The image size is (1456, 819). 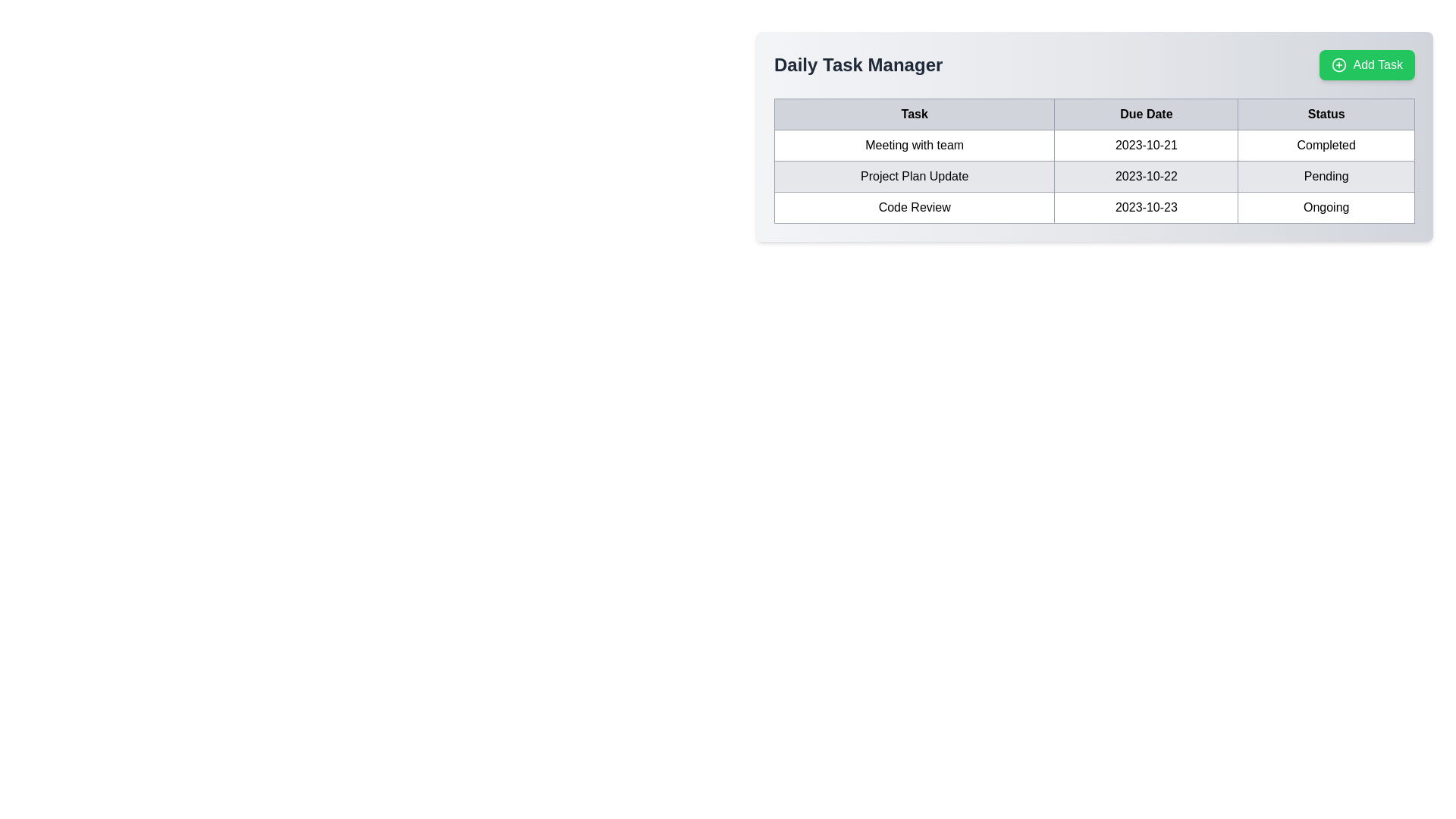 What do you see at coordinates (1339, 64) in the screenshot?
I see `the outer circular border of the 'plus inside a circle' icon located on the top-right green button labeled 'Add Task'` at bounding box center [1339, 64].